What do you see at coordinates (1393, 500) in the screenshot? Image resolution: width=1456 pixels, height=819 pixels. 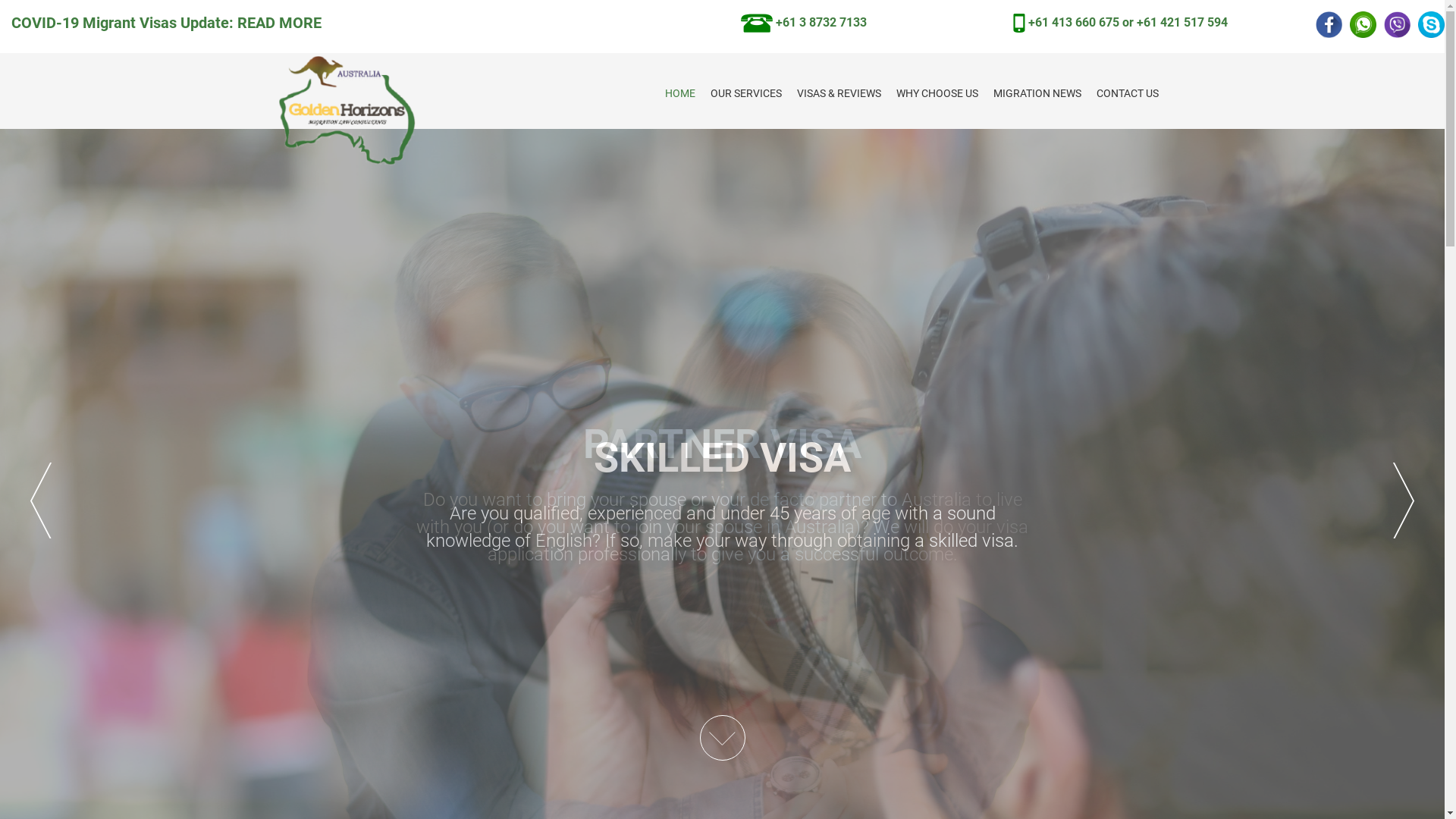 I see `'Next'` at bounding box center [1393, 500].